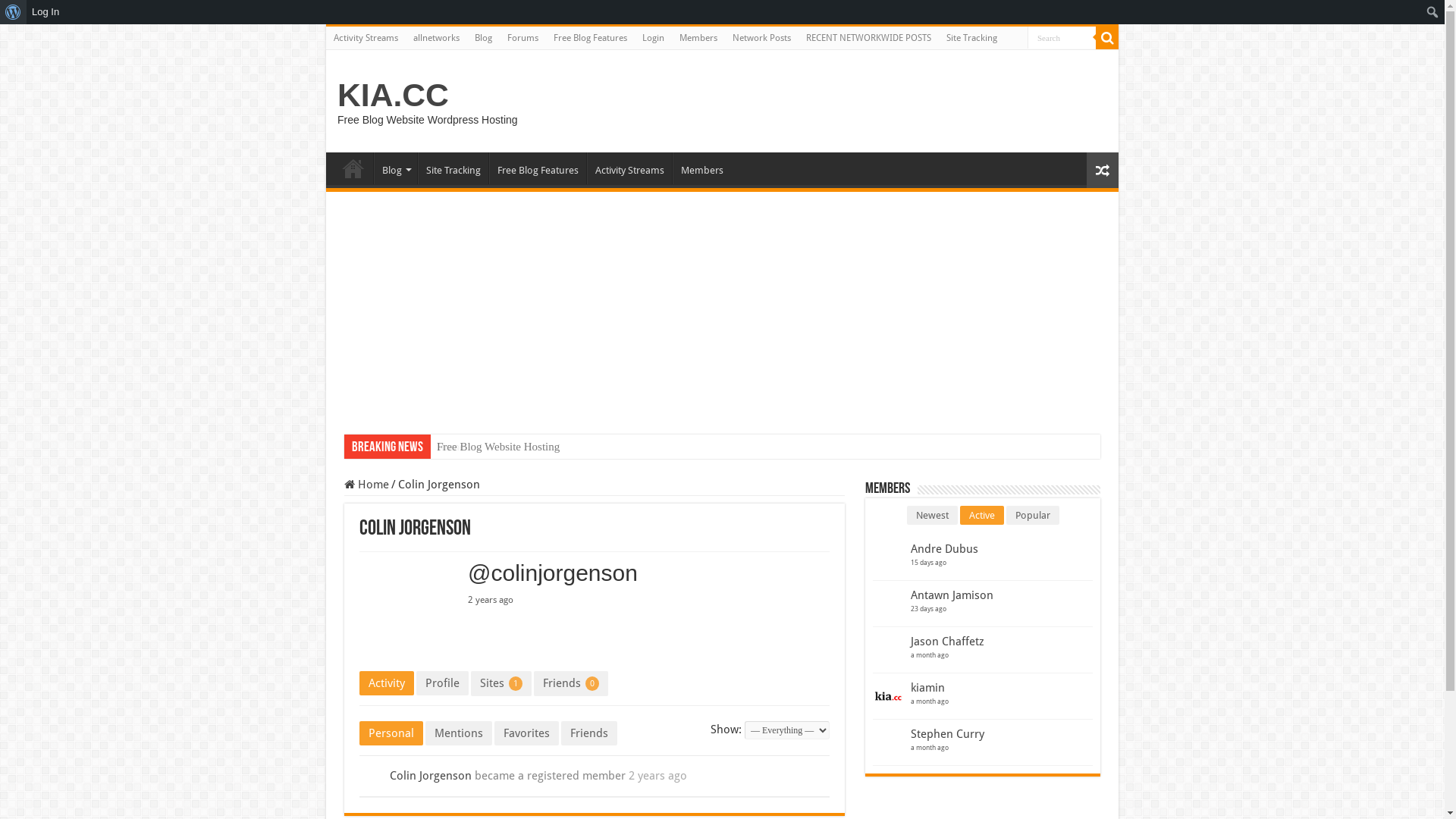  Describe the element at coordinates (943, 549) in the screenshot. I see `'Andre Dubus'` at that location.